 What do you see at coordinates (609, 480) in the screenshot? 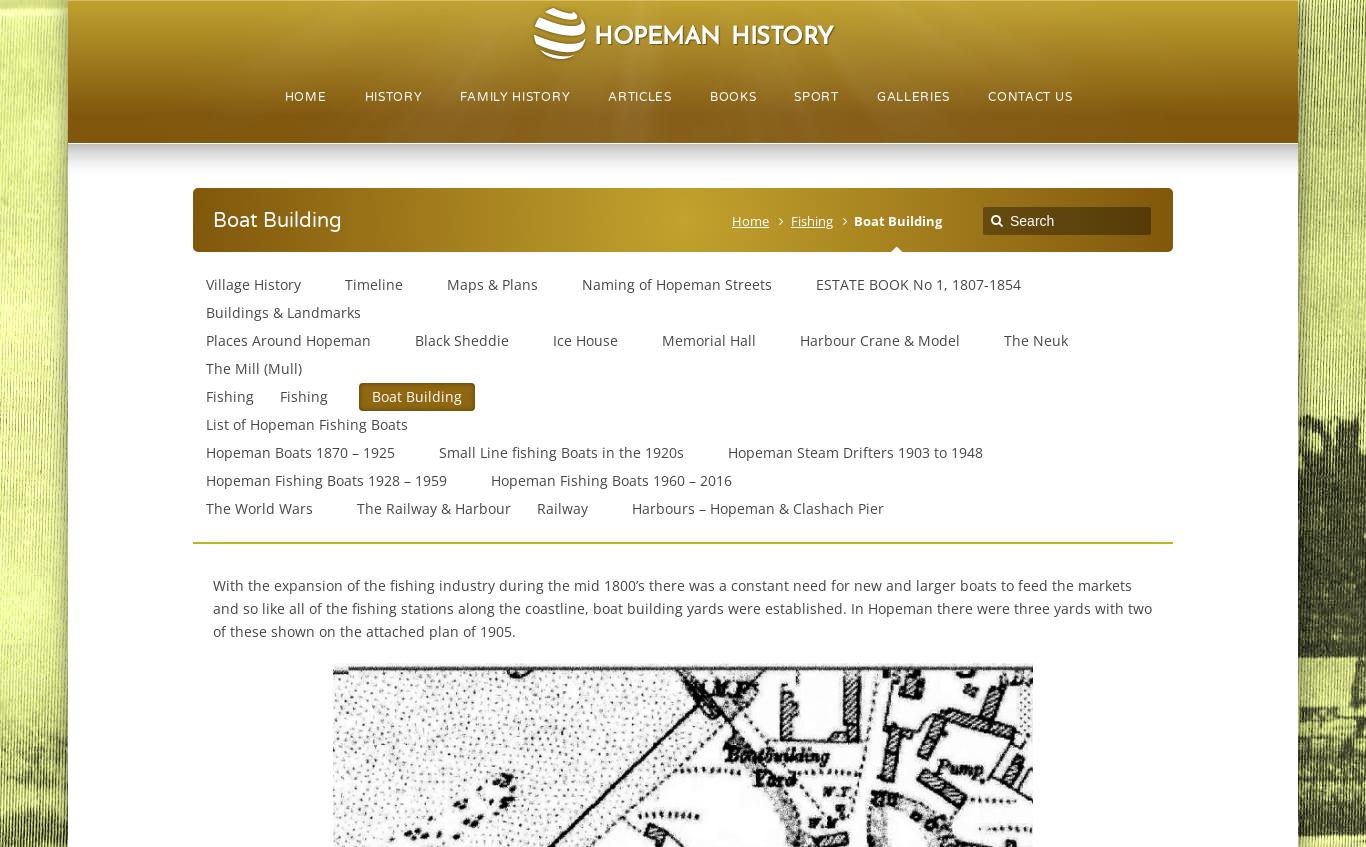
I see `'Hopeman Fishing Boats 1960 – 2016'` at bounding box center [609, 480].